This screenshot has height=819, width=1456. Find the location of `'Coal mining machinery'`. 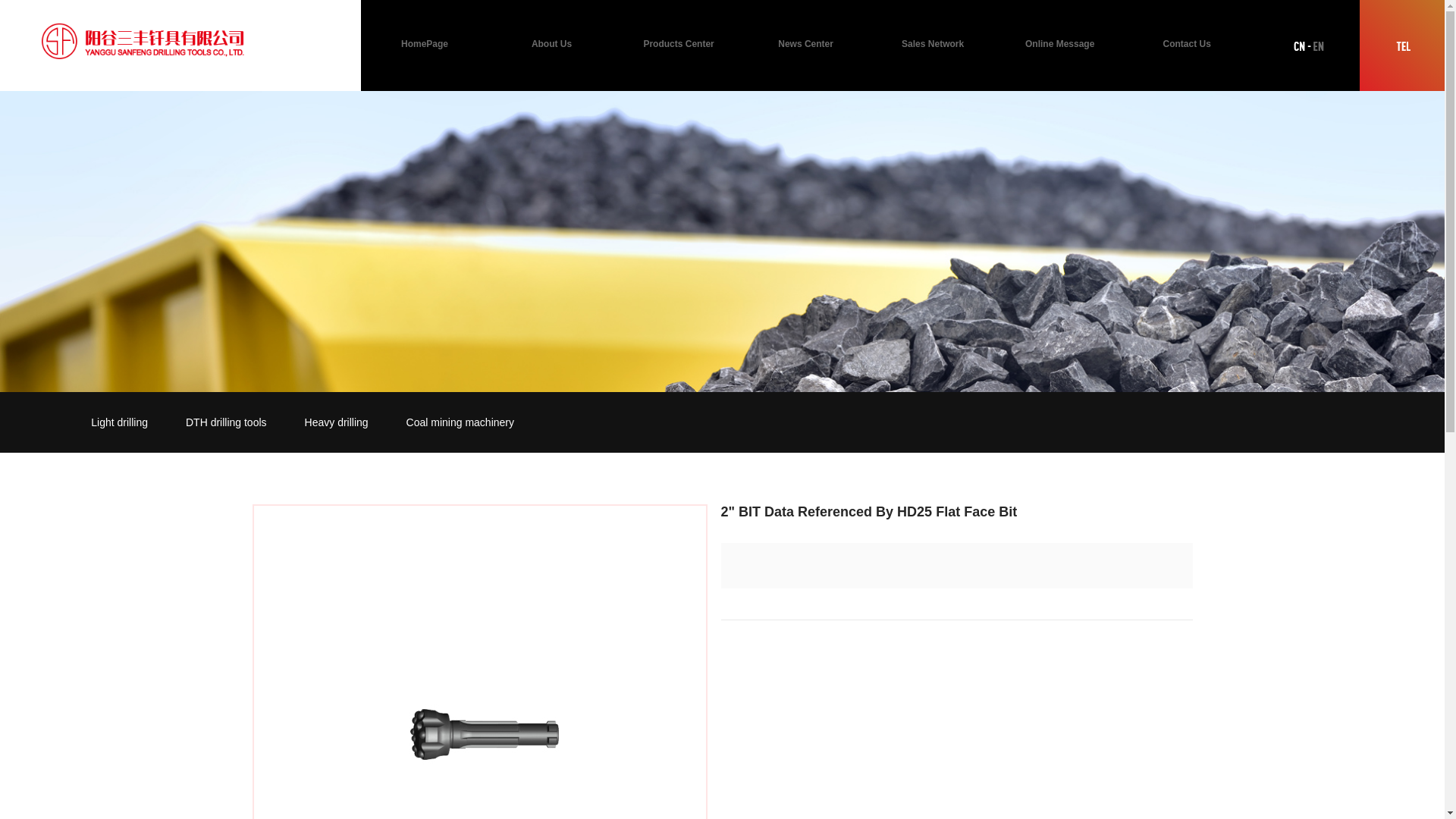

'Coal mining machinery' is located at coordinates (459, 422).